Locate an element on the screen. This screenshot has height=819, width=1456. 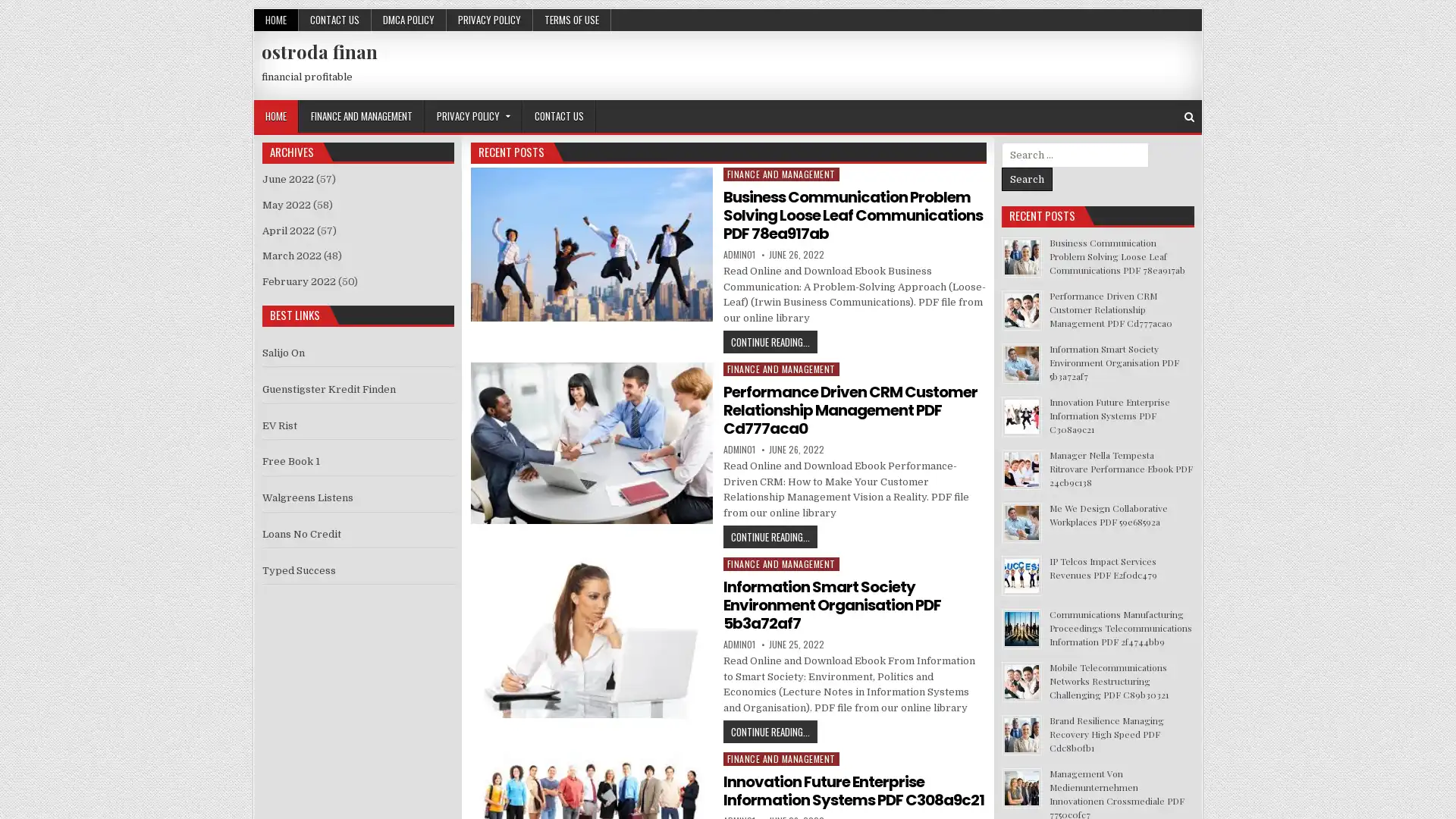
Search is located at coordinates (1027, 178).